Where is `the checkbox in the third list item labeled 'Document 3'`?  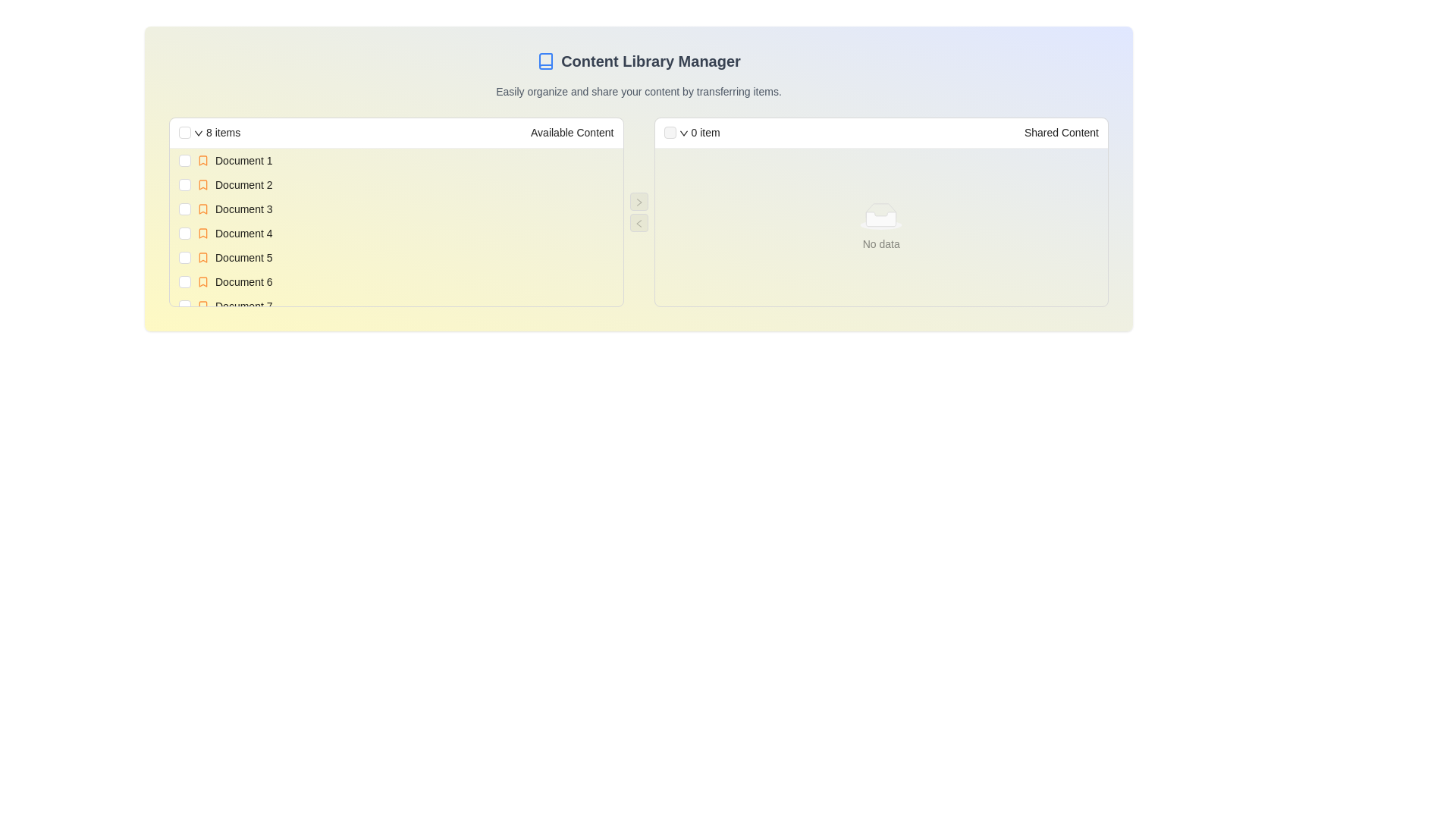
the checkbox in the third list item labeled 'Document 3' is located at coordinates (396, 209).